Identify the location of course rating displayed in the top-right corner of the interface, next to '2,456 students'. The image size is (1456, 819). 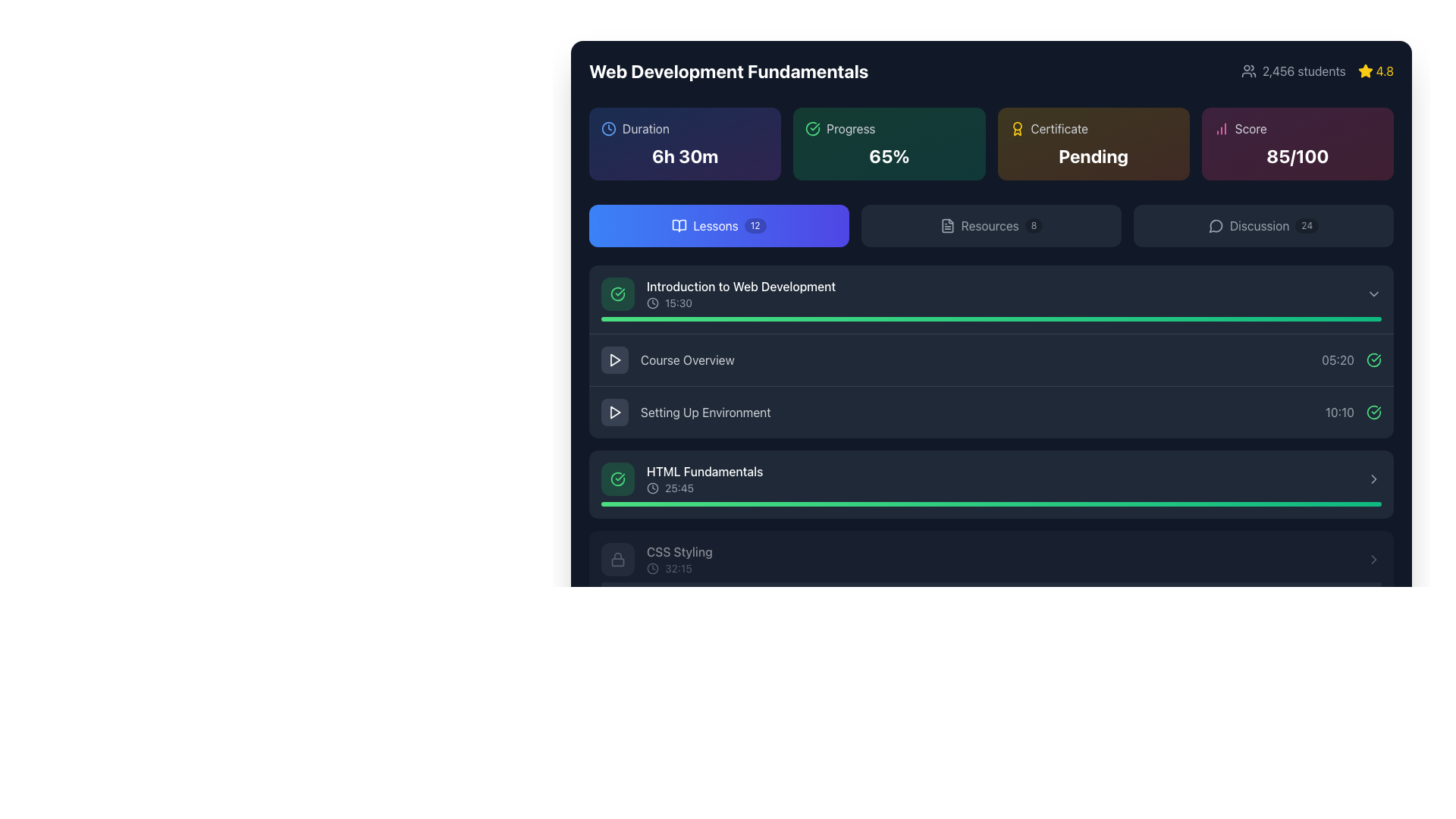
(1376, 71).